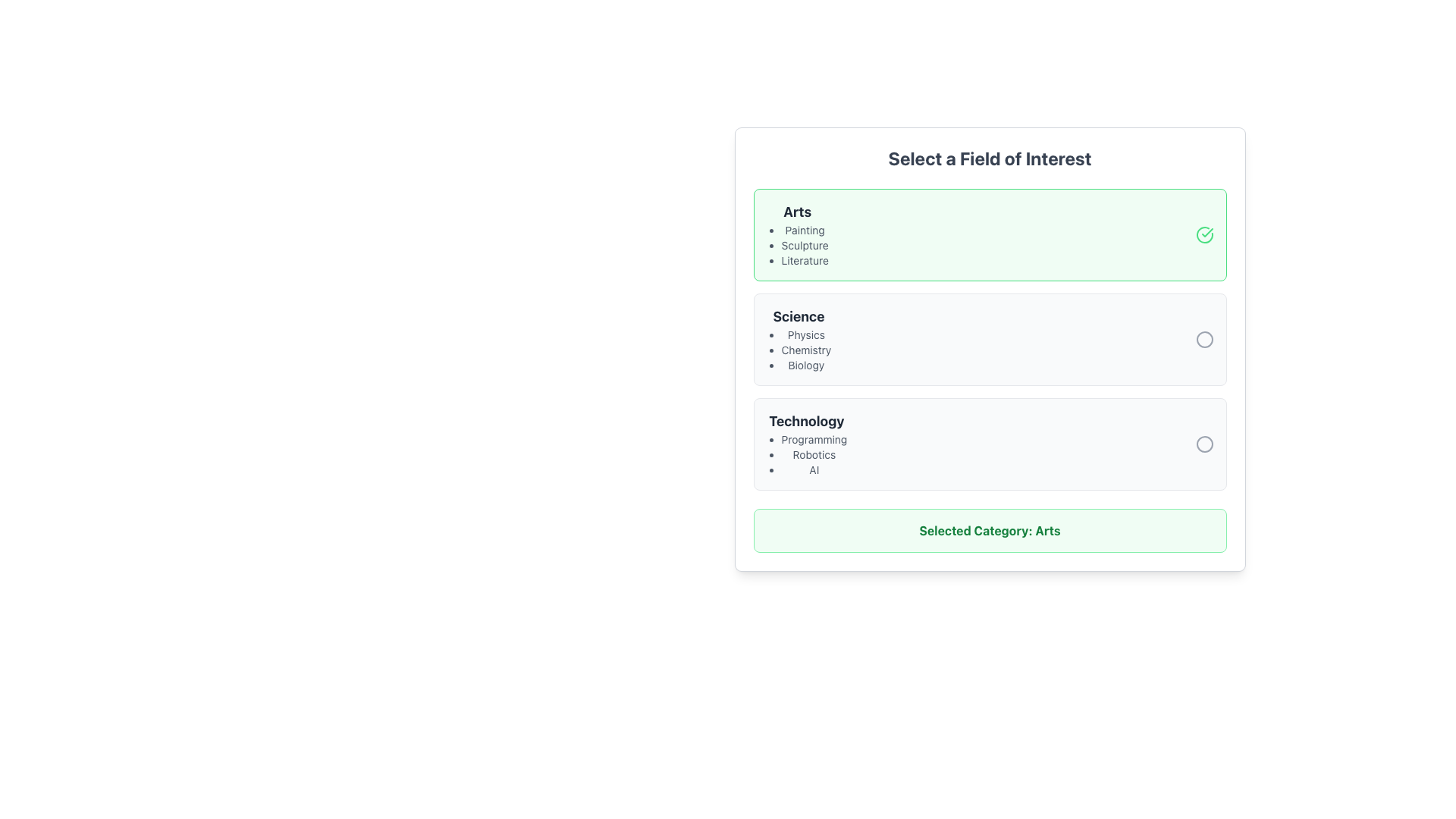 Image resolution: width=1456 pixels, height=819 pixels. I want to click on the circular icon indicator that represents the deselection of the 'Technology' category, located at the end of the row within the 'Technology' field, so click(1203, 444).